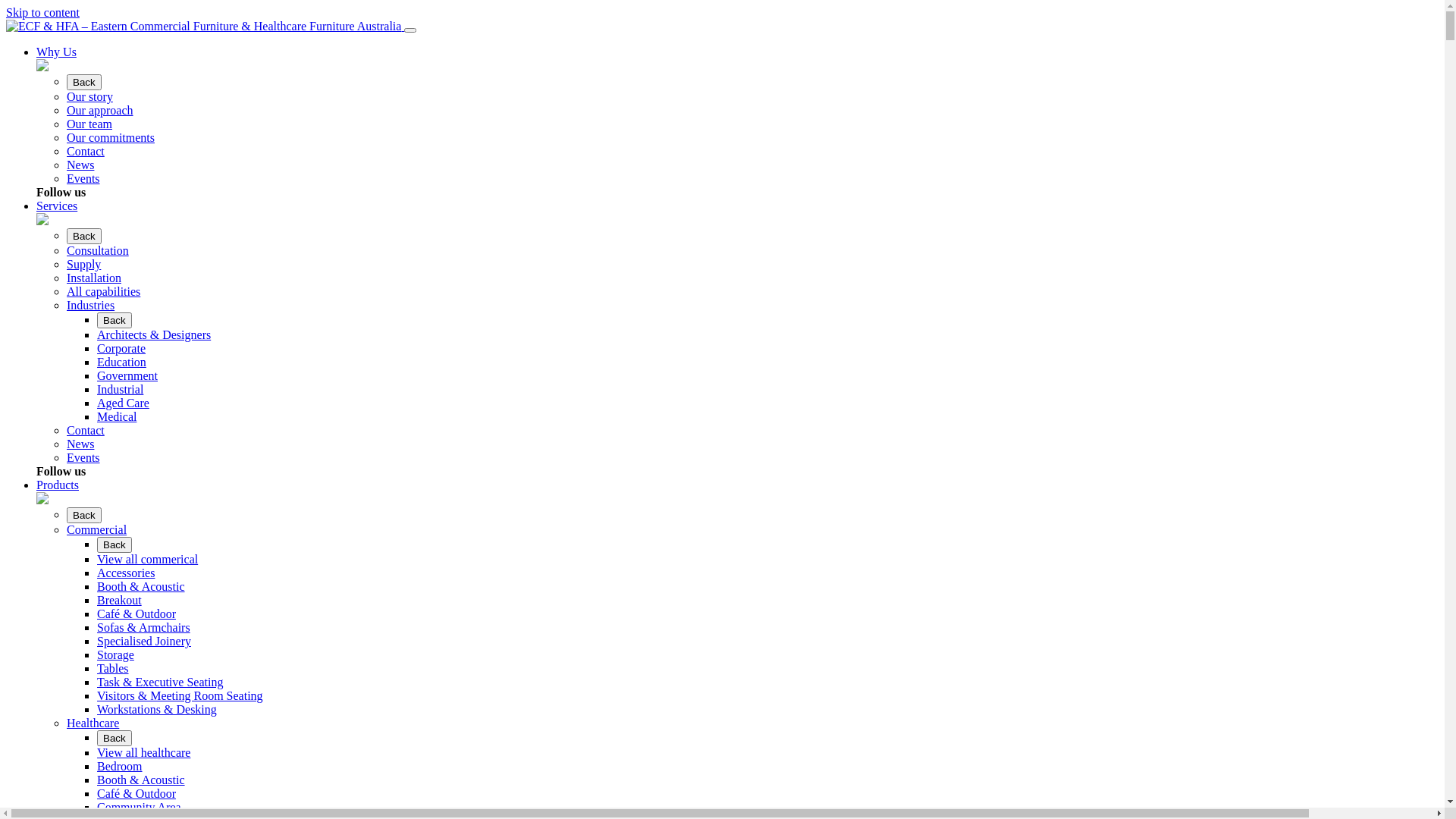  What do you see at coordinates (113, 737) in the screenshot?
I see `'Back'` at bounding box center [113, 737].